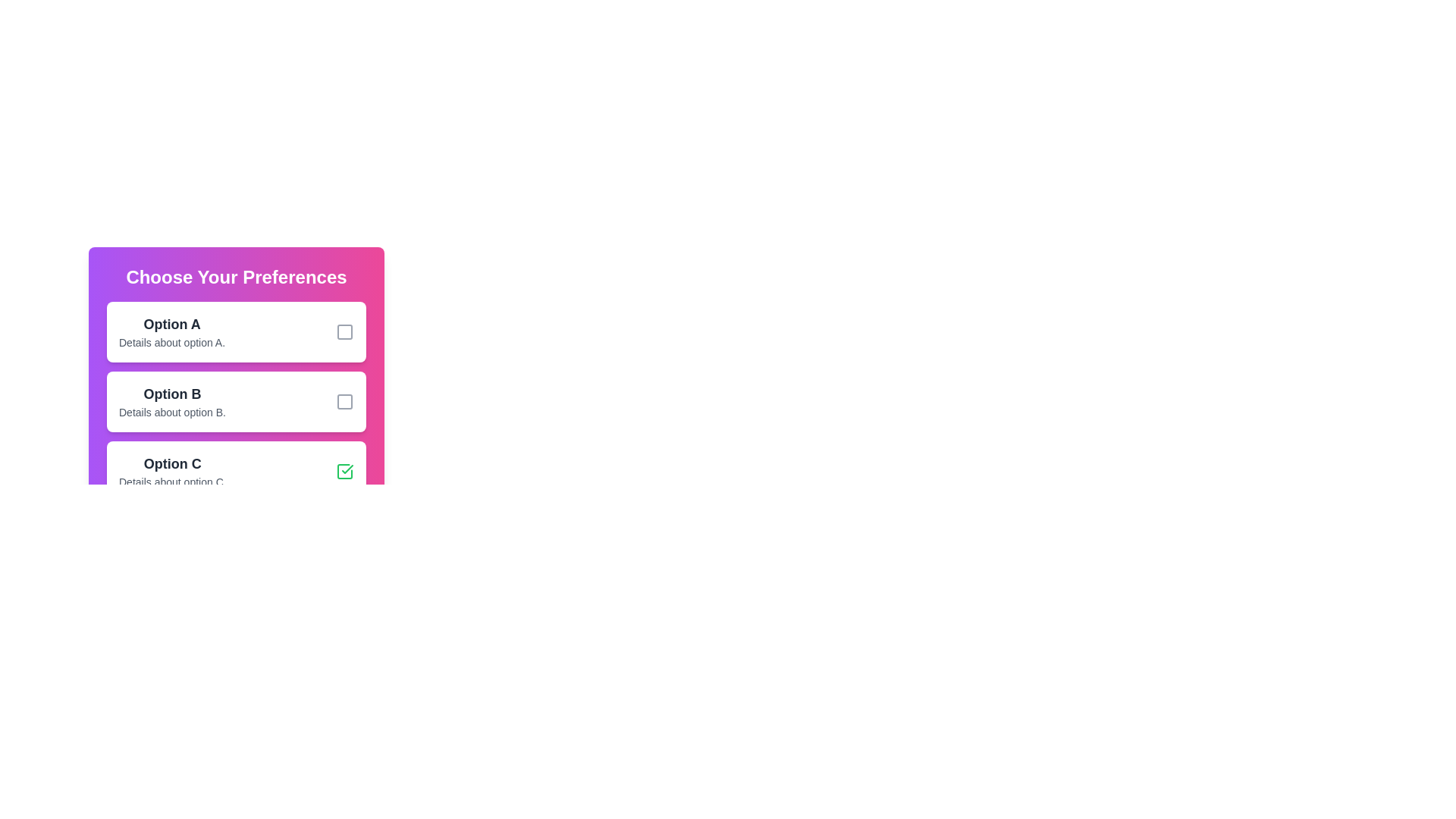 The width and height of the screenshot is (1456, 819). What do you see at coordinates (236, 400) in the screenshot?
I see `the checkbox` at bounding box center [236, 400].